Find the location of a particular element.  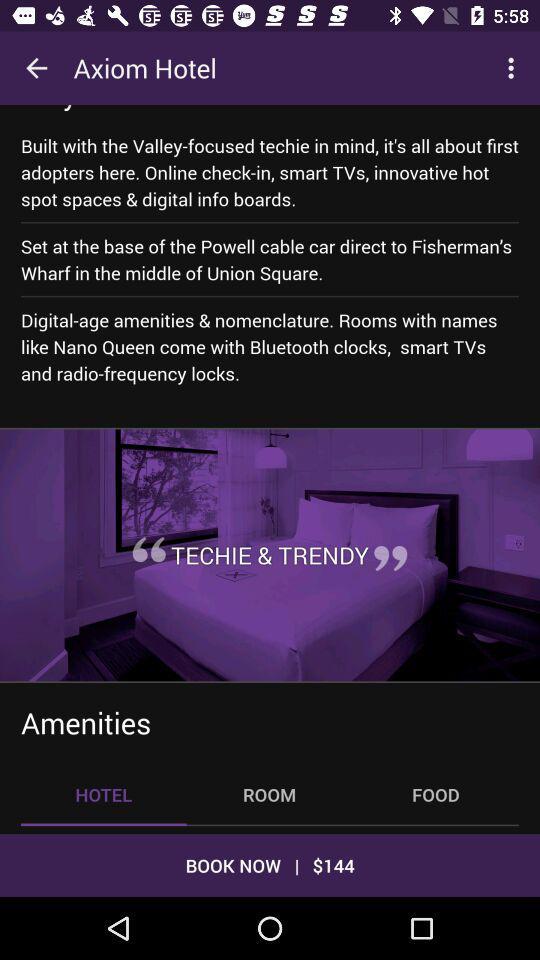

the book now   |   $144 item is located at coordinates (270, 864).